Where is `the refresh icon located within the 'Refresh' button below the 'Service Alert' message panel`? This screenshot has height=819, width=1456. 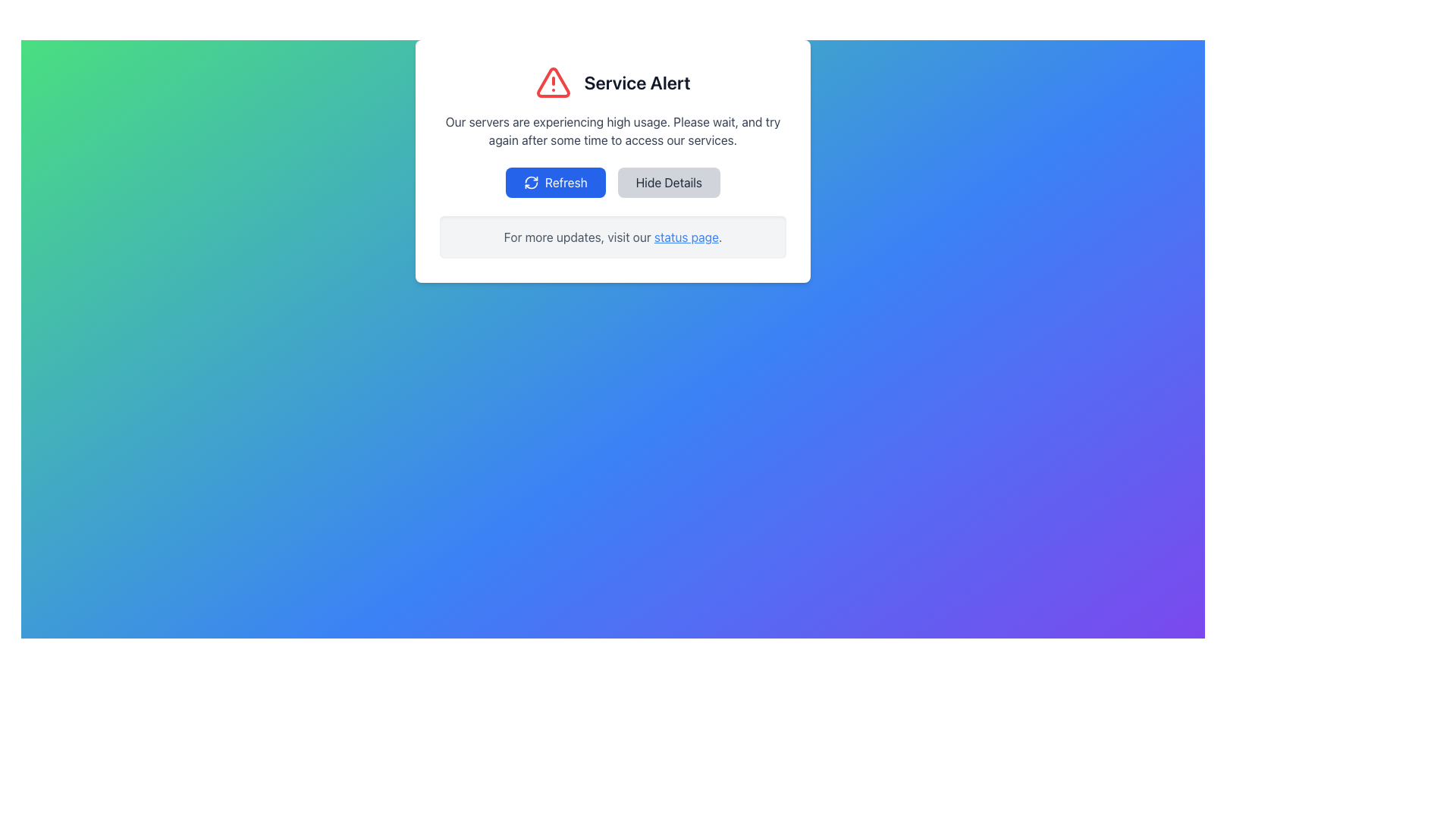 the refresh icon located within the 'Refresh' button below the 'Service Alert' message panel is located at coordinates (531, 181).